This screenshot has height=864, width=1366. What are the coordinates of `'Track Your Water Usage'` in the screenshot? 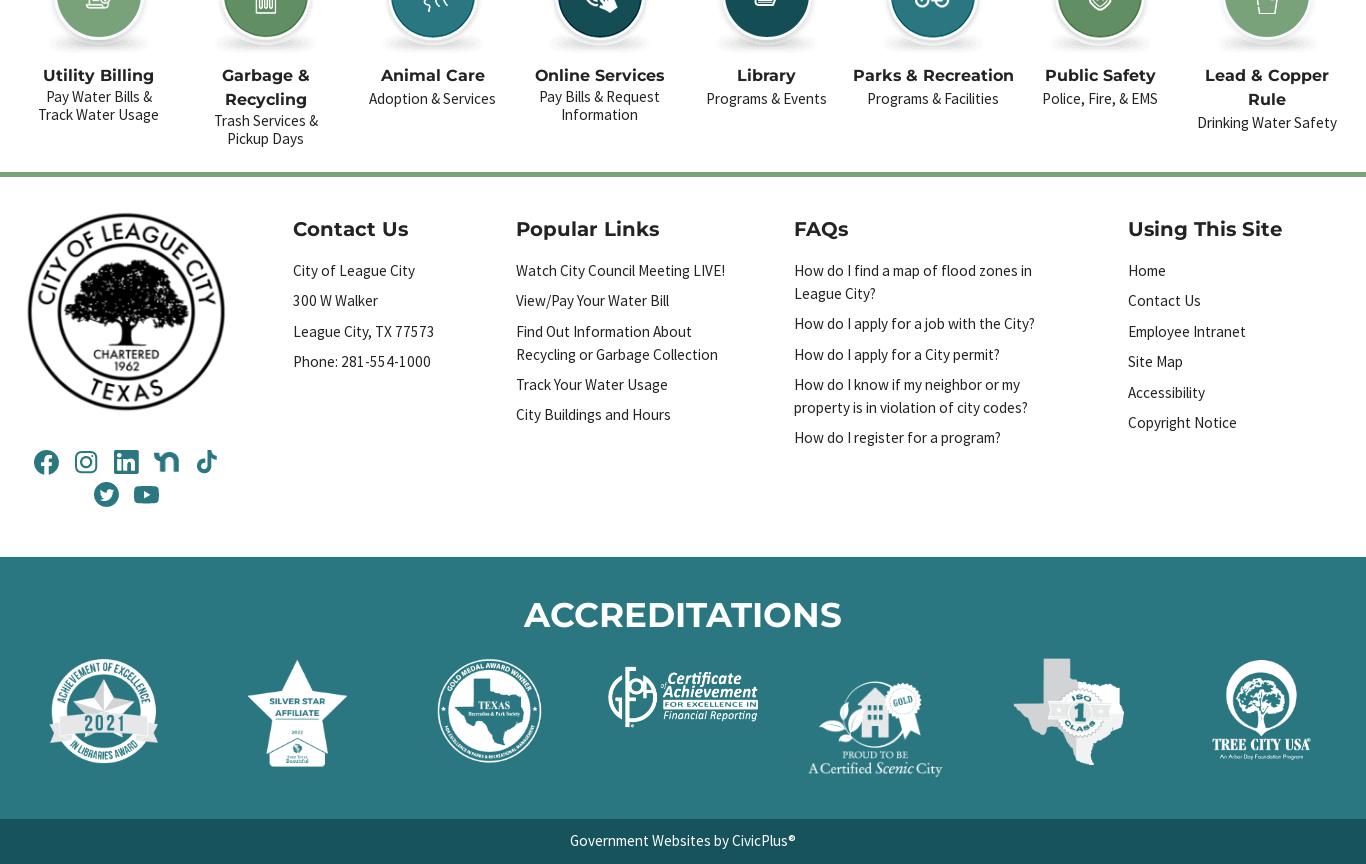 It's located at (591, 382).